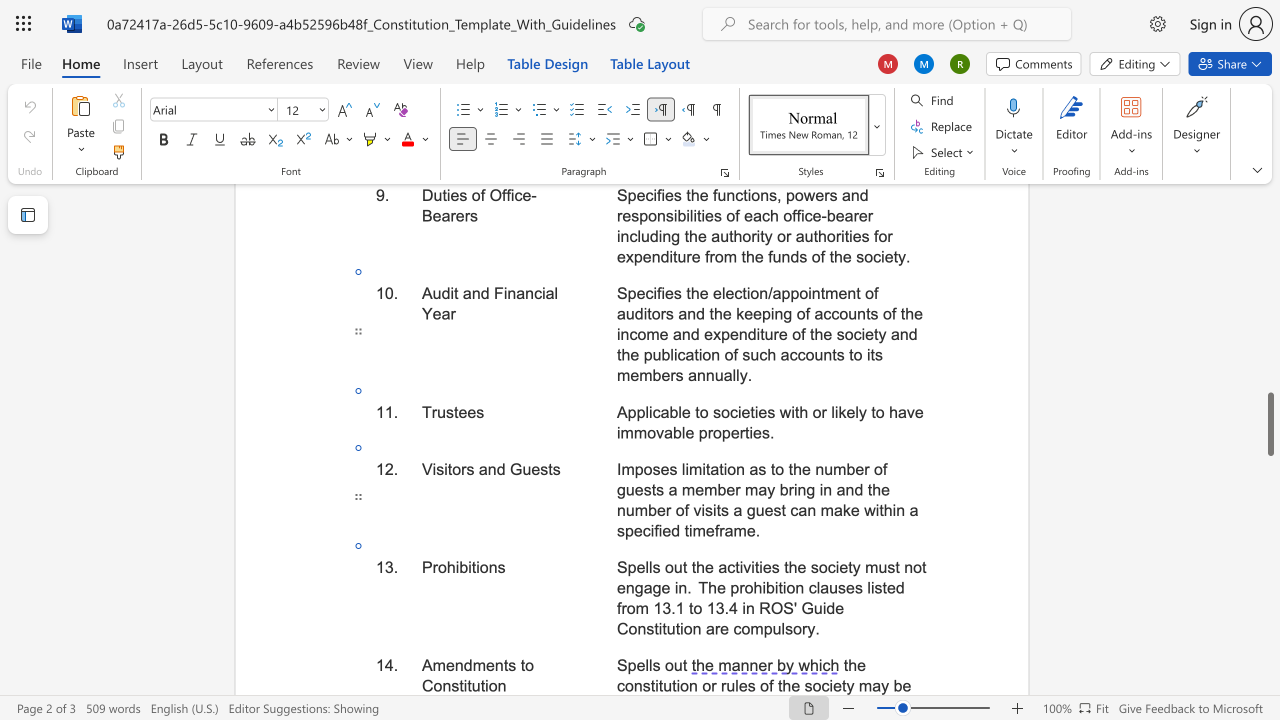  I want to click on the space between the continuous character "t" and "s" in the text, so click(509, 665).